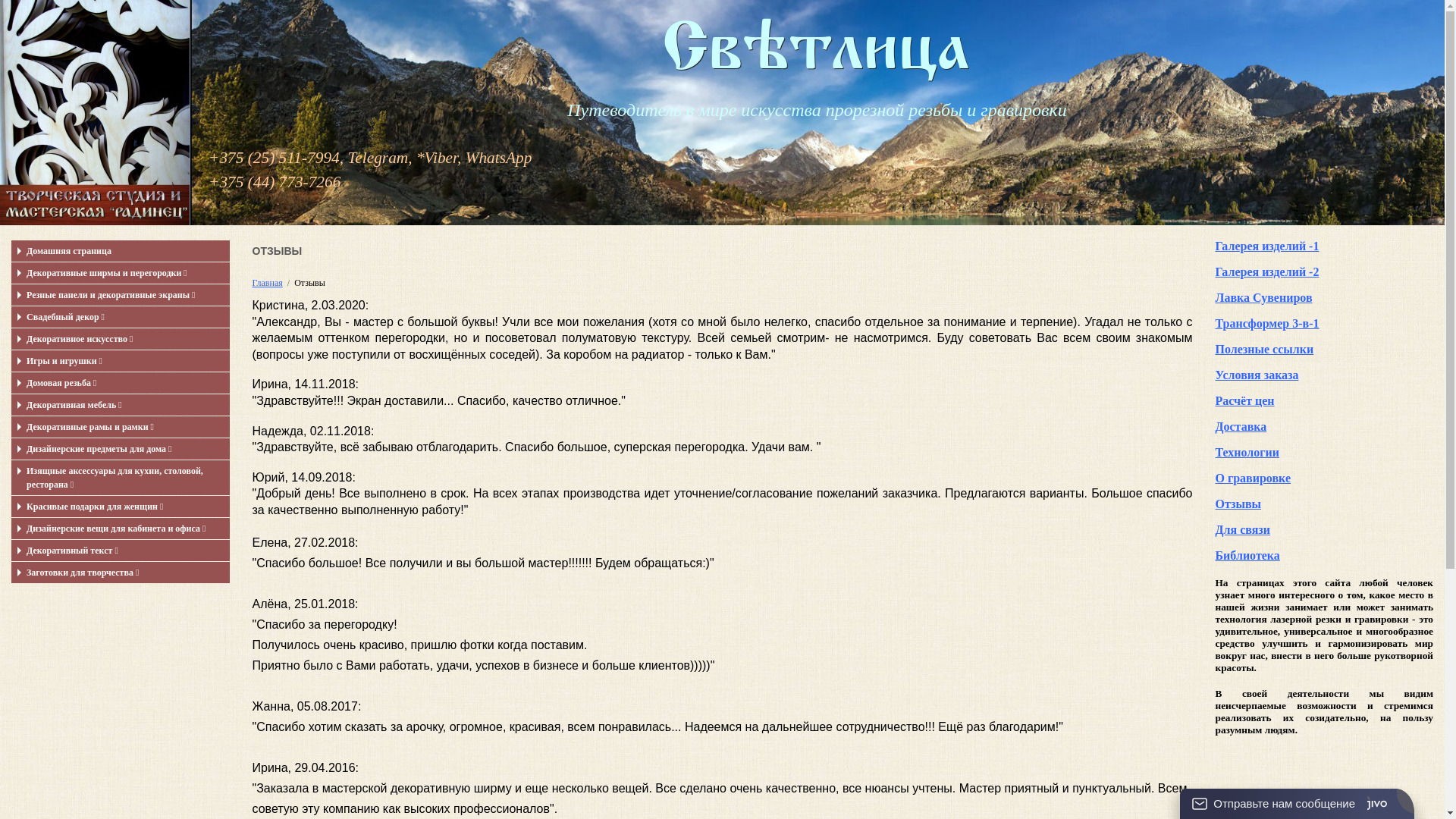 This screenshot has width=1456, height=819. I want to click on '+375 (44) 773-7266', so click(274, 180).